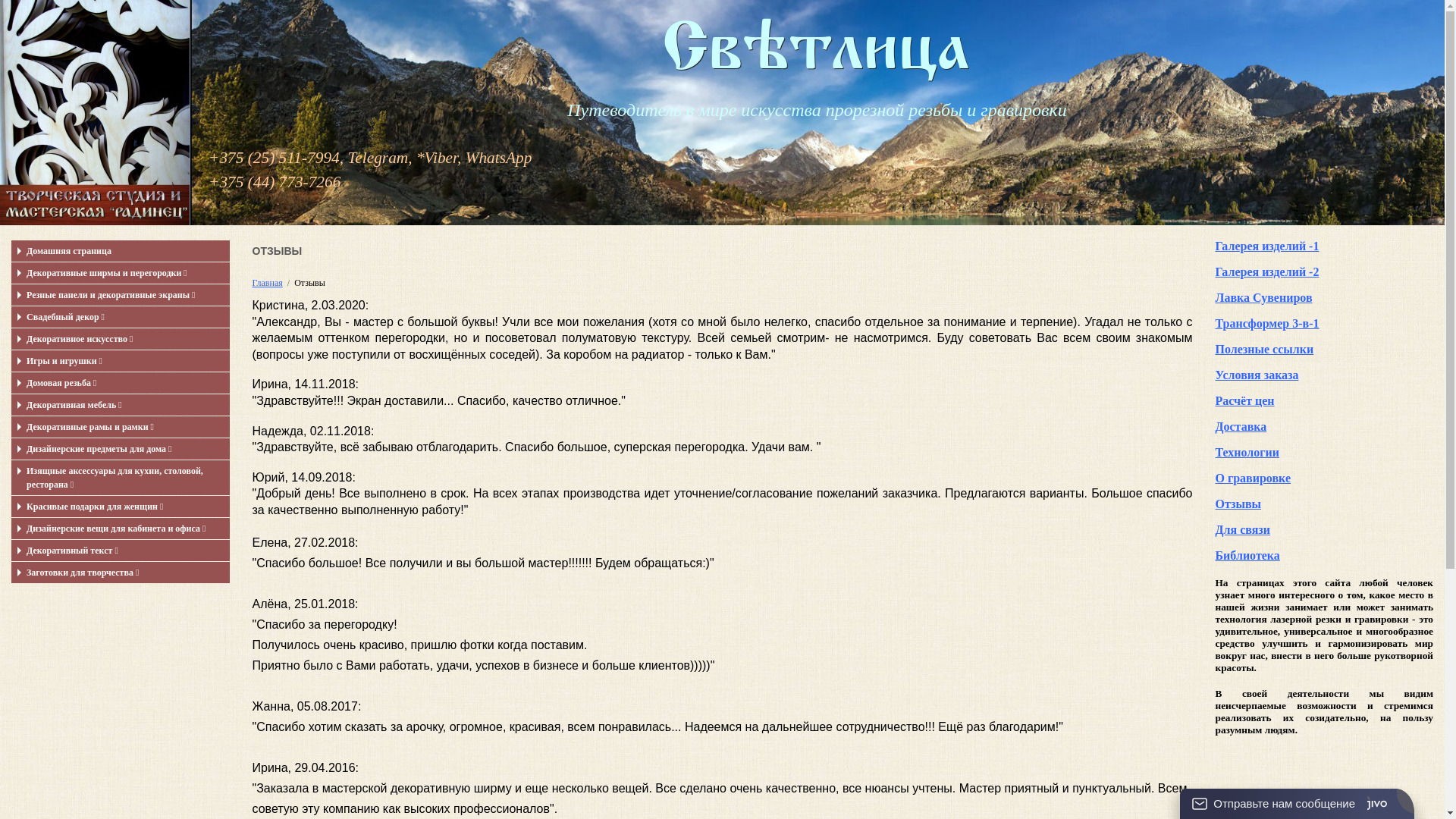 This screenshot has width=1456, height=819. I want to click on '+375 (44) 773-7266', so click(274, 180).